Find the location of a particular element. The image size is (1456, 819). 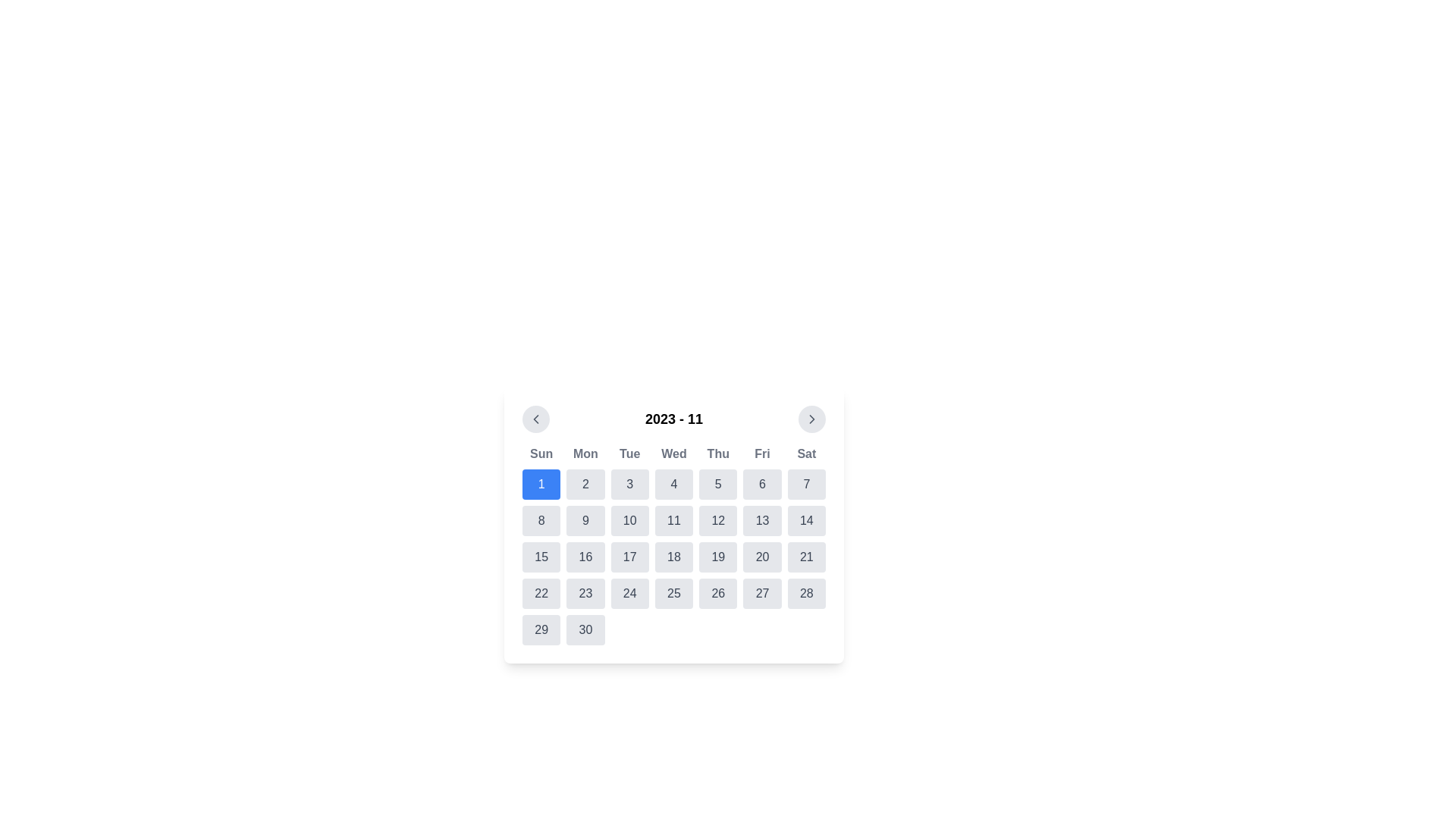

the IconButton with a right-pointing arrow icon located at the far right corner of the calendar's header section is located at coordinates (811, 419).